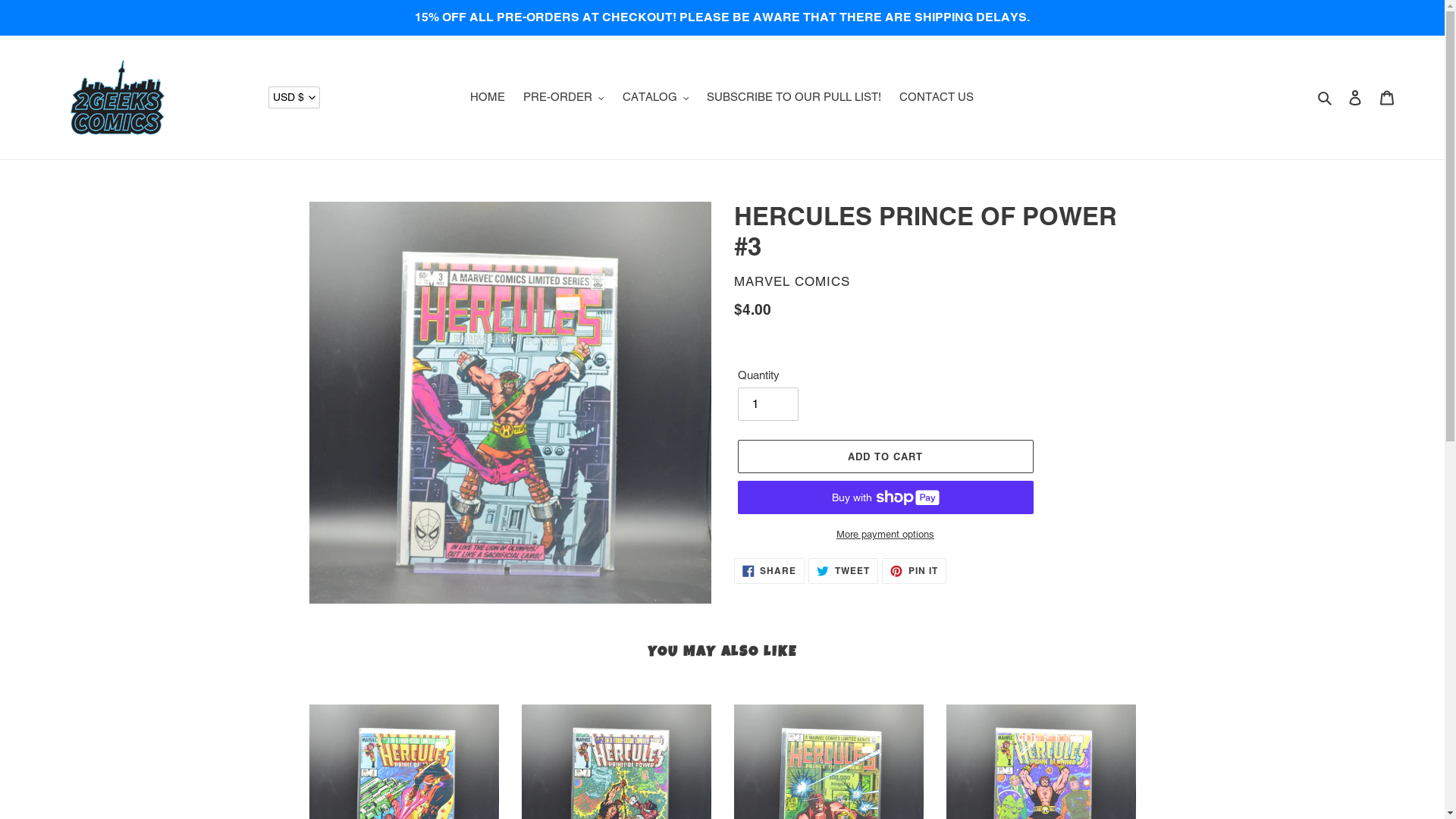 The image size is (1456, 819). I want to click on 'CATALOG', so click(655, 97).